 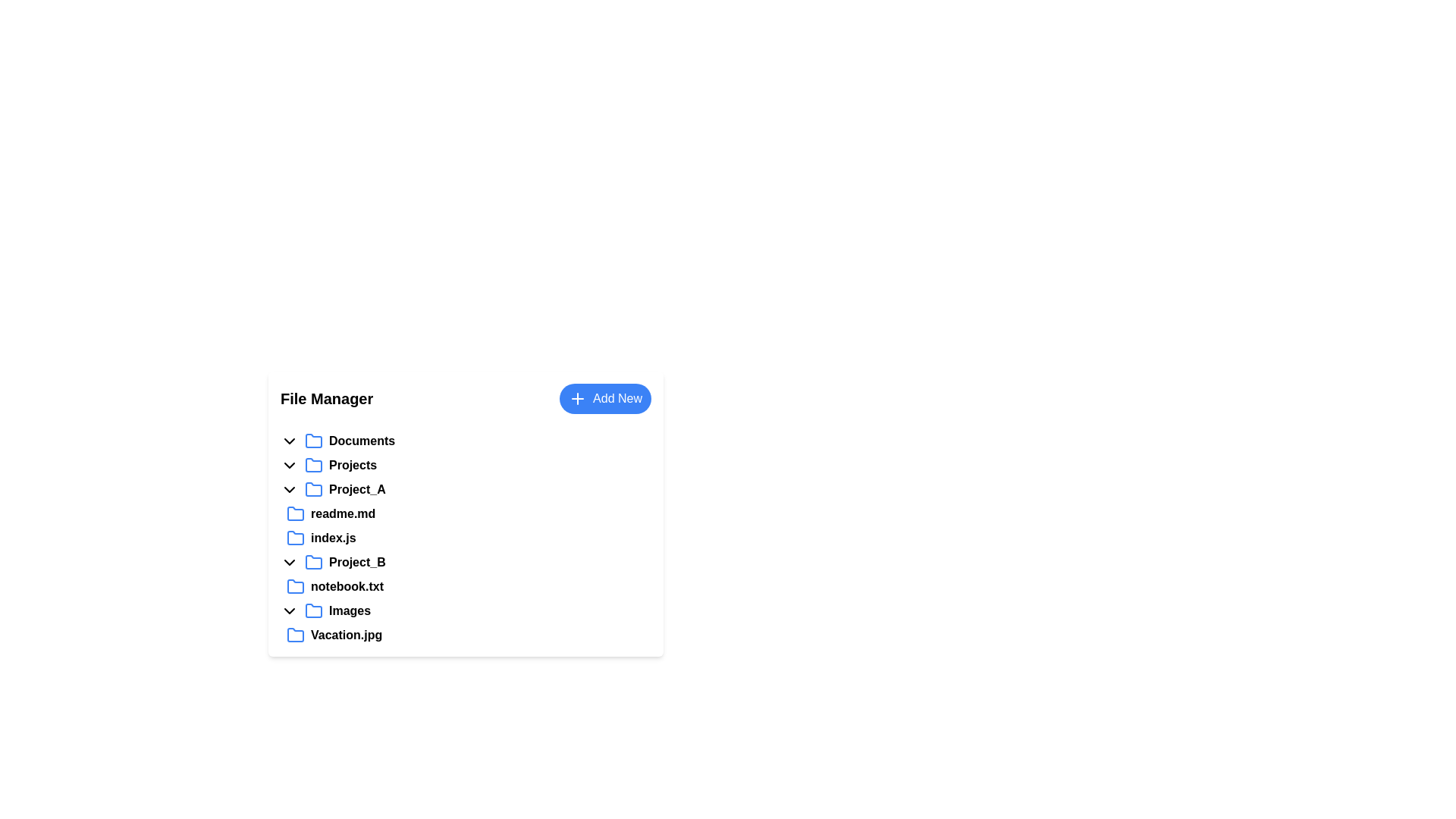 What do you see at coordinates (290, 464) in the screenshot?
I see `the Chevron Down icon` at bounding box center [290, 464].